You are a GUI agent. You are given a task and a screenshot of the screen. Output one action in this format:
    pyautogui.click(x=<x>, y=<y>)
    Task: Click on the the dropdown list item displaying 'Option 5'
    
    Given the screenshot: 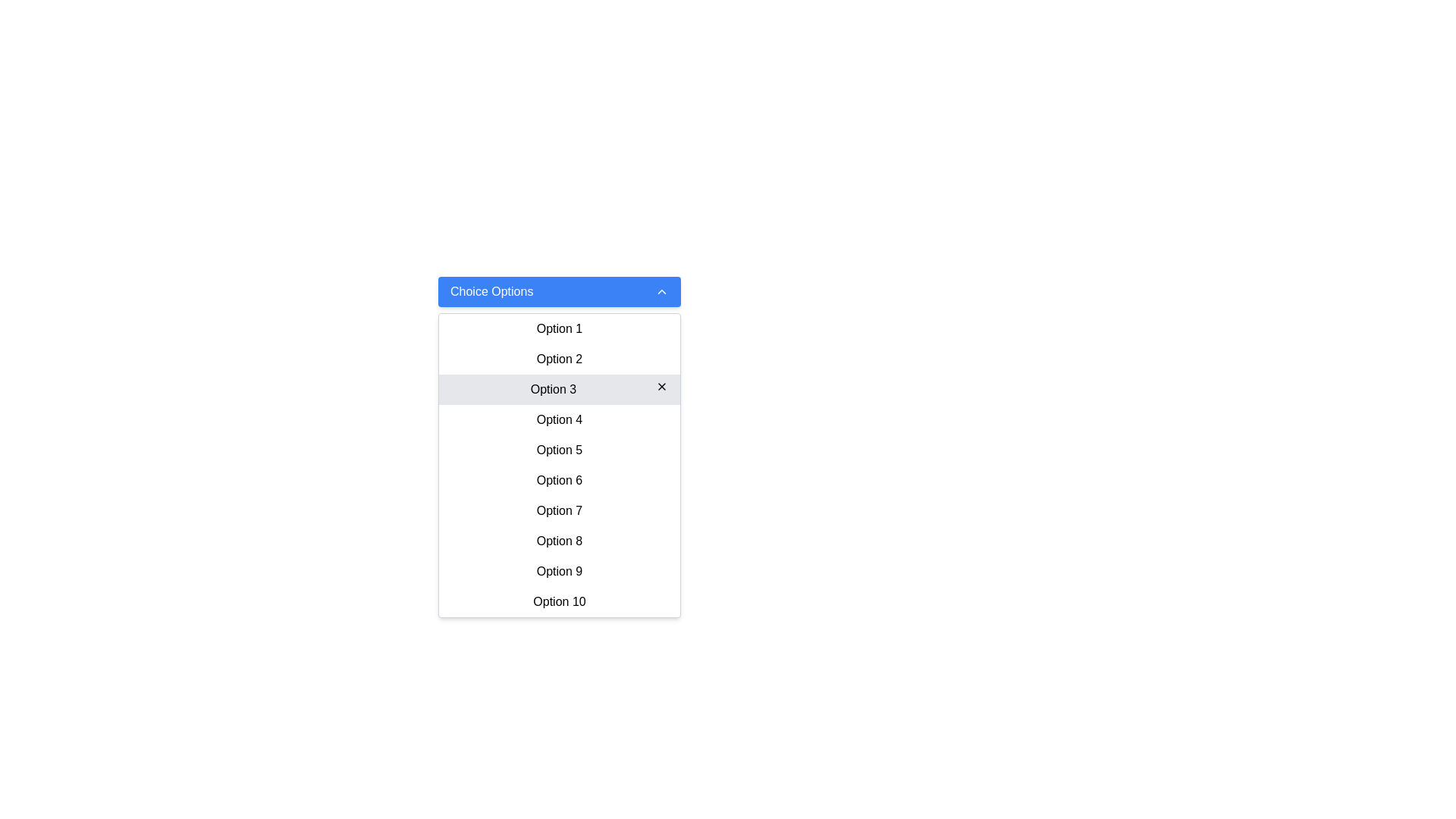 What is the action you would take?
    pyautogui.click(x=559, y=449)
    